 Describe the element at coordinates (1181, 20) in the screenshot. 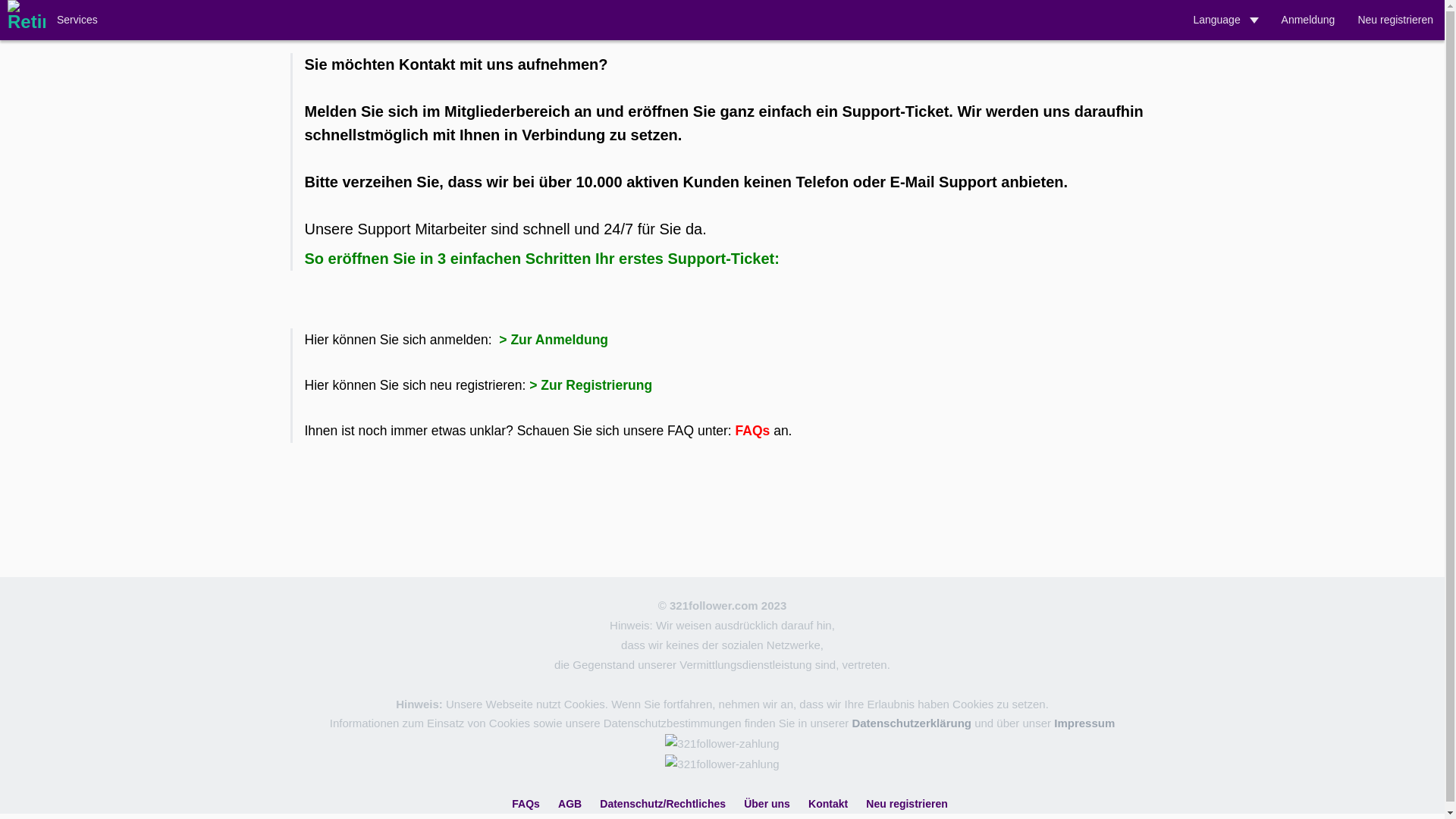

I see `'Language'` at that location.